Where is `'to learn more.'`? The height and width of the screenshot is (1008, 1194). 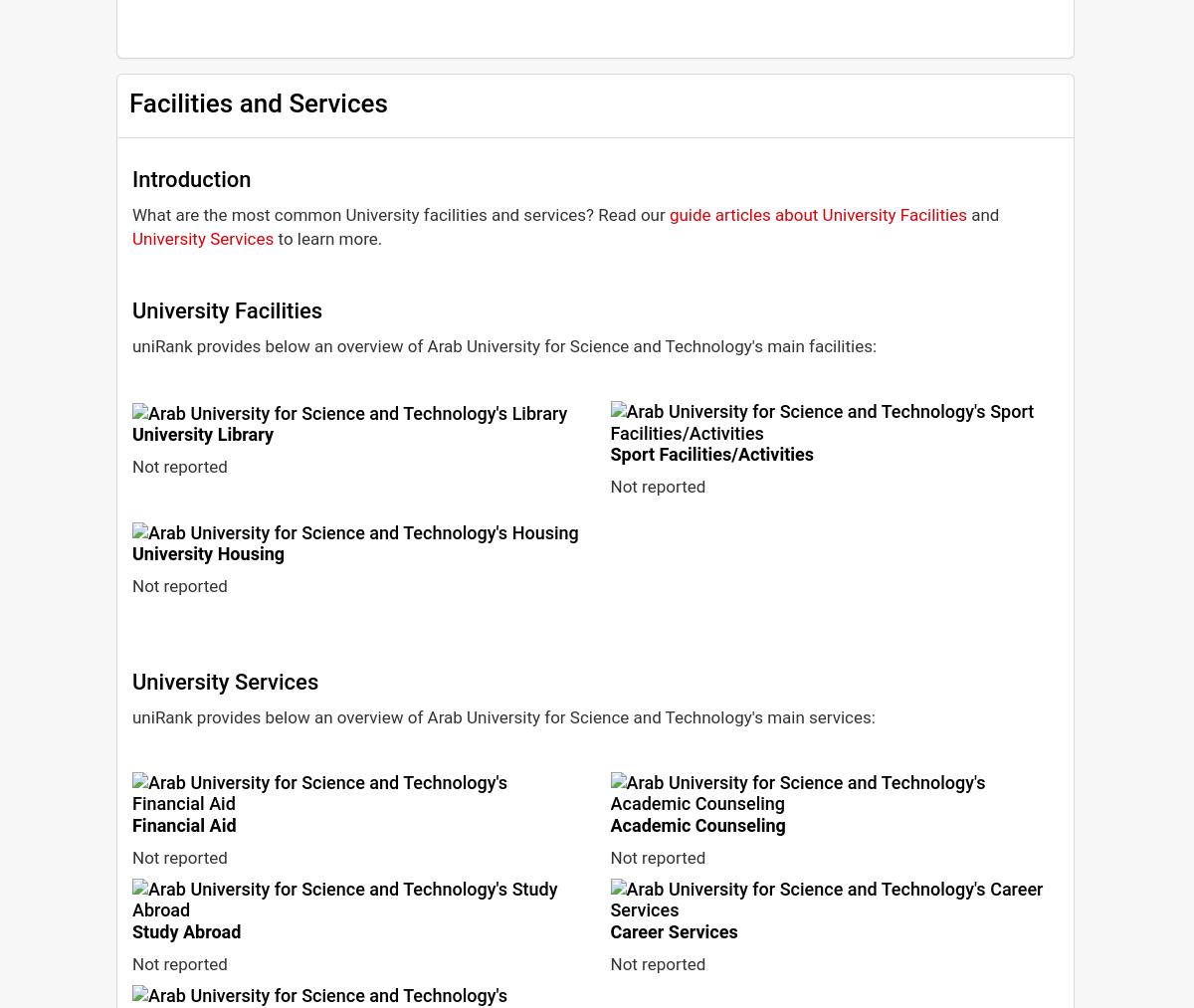 'to learn more.' is located at coordinates (273, 237).